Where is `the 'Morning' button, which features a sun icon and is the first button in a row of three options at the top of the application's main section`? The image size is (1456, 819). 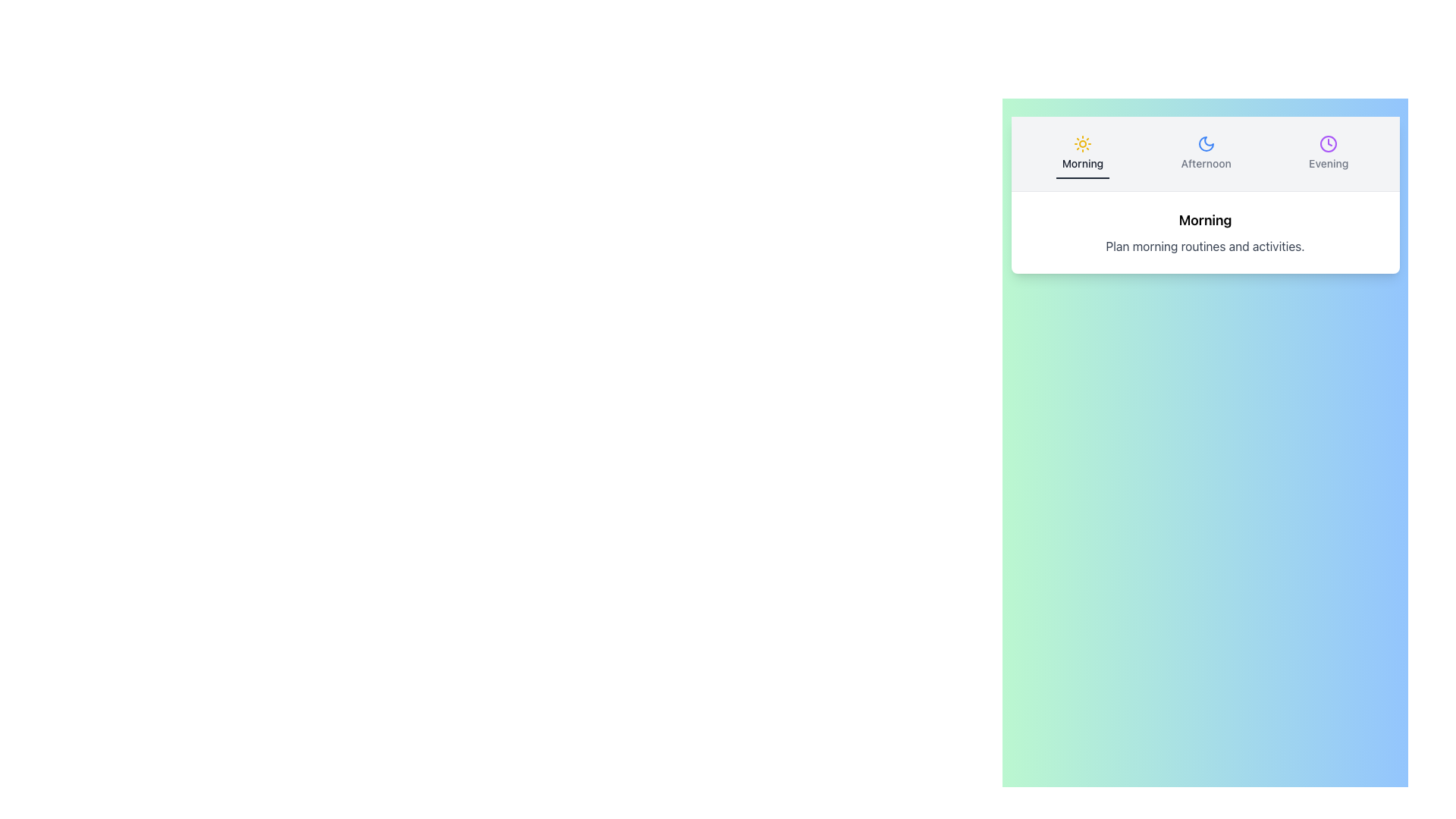 the 'Morning' button, which features a sun icon and is the first button in a row of three options at the top of the application's main section is located at coordinates (1081, 154).